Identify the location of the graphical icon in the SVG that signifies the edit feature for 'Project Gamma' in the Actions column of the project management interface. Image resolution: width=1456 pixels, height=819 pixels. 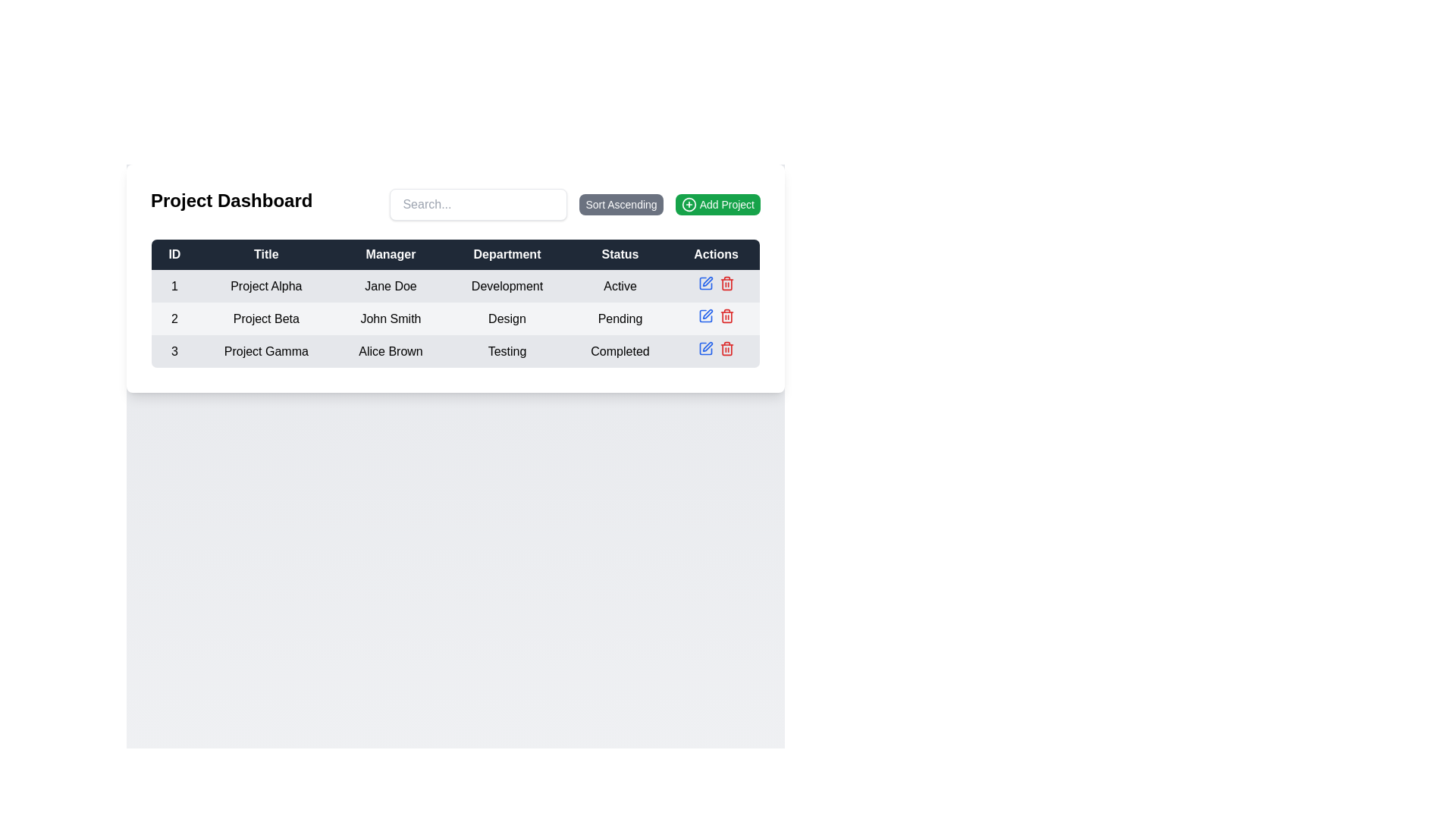
(704, 348).